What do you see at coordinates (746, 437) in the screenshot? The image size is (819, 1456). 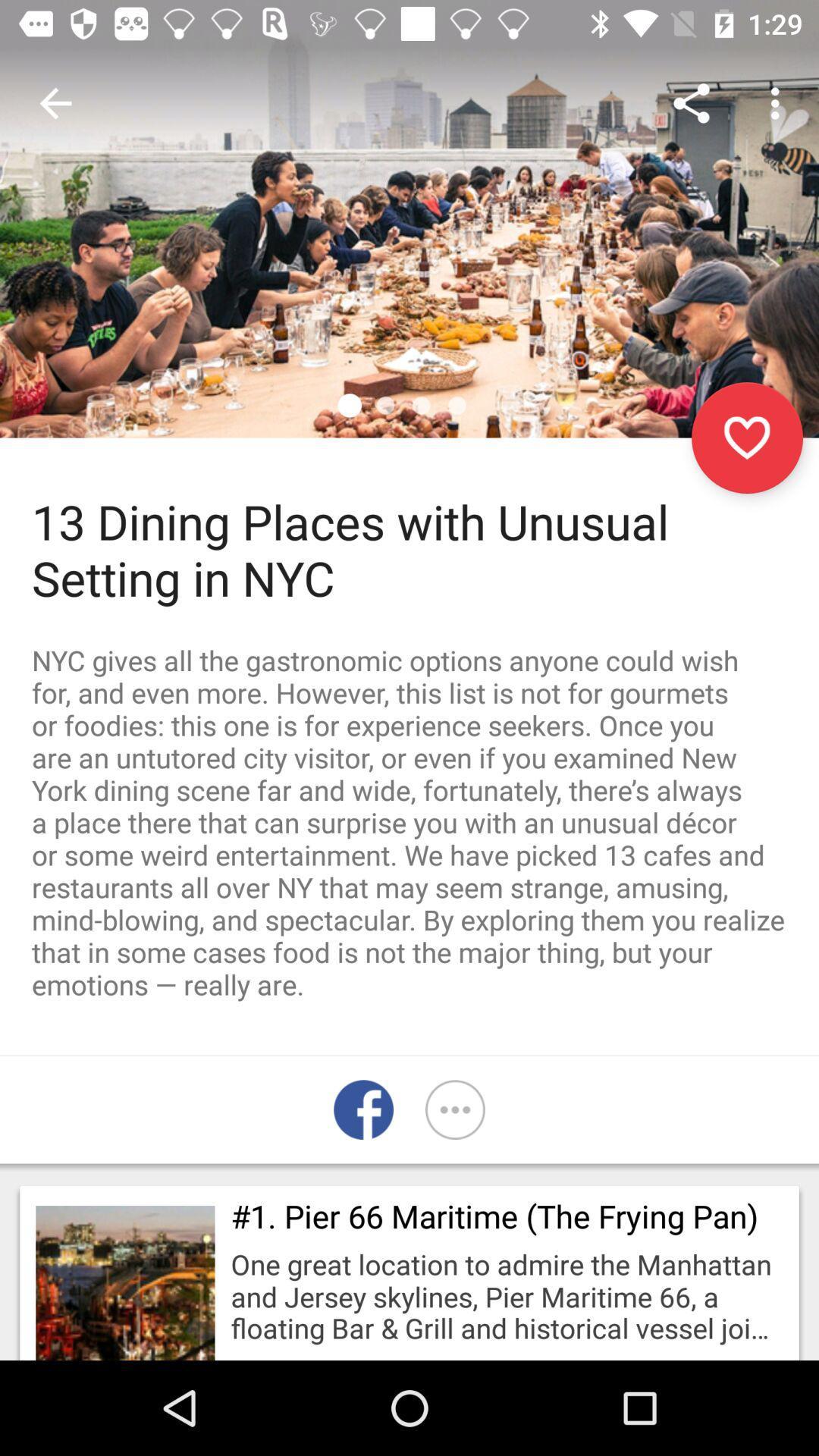 I see `the app above nyc gives all app` at bounding box center [746, 437].